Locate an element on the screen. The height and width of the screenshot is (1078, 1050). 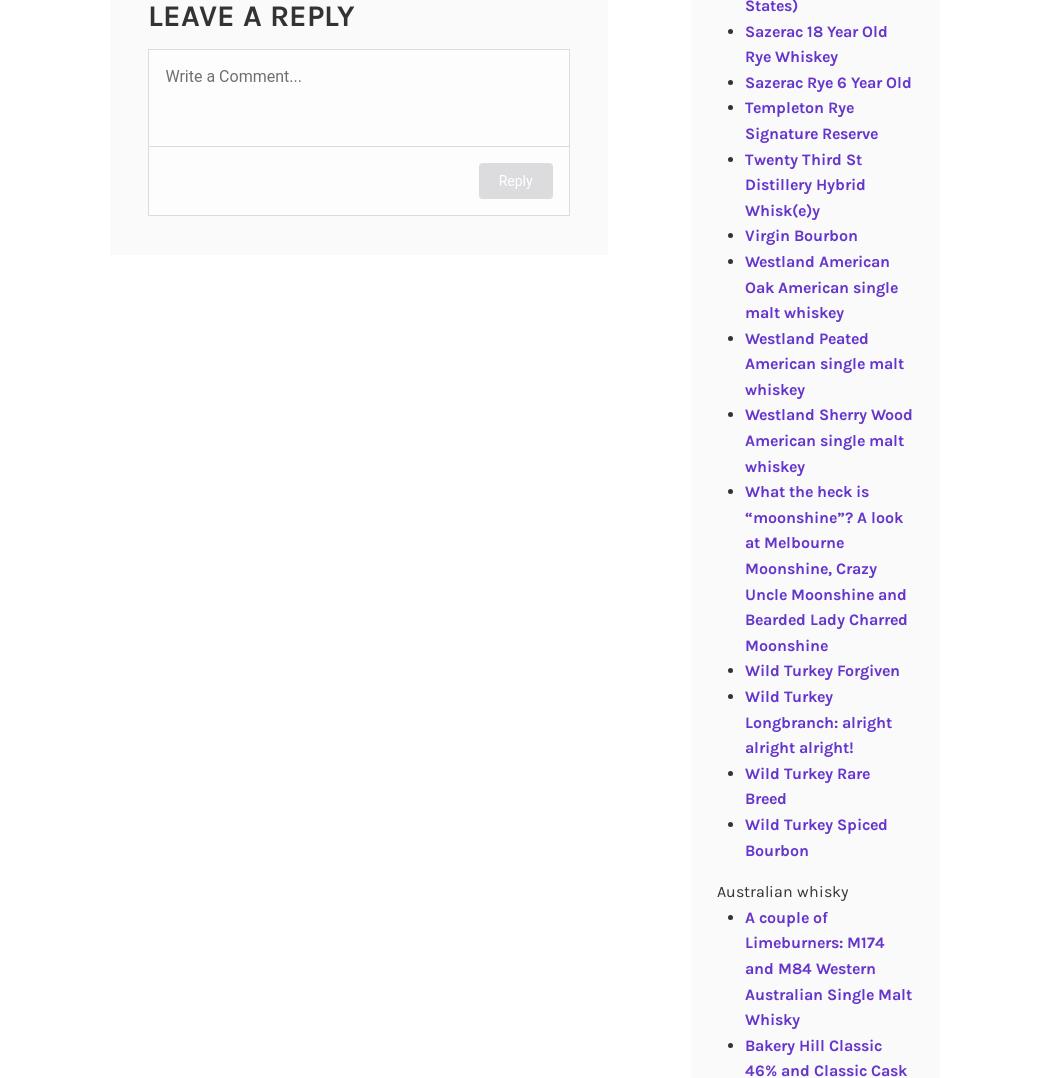
'Westland American Oak American single malt whiskey' is located at coordinates (819, 286).